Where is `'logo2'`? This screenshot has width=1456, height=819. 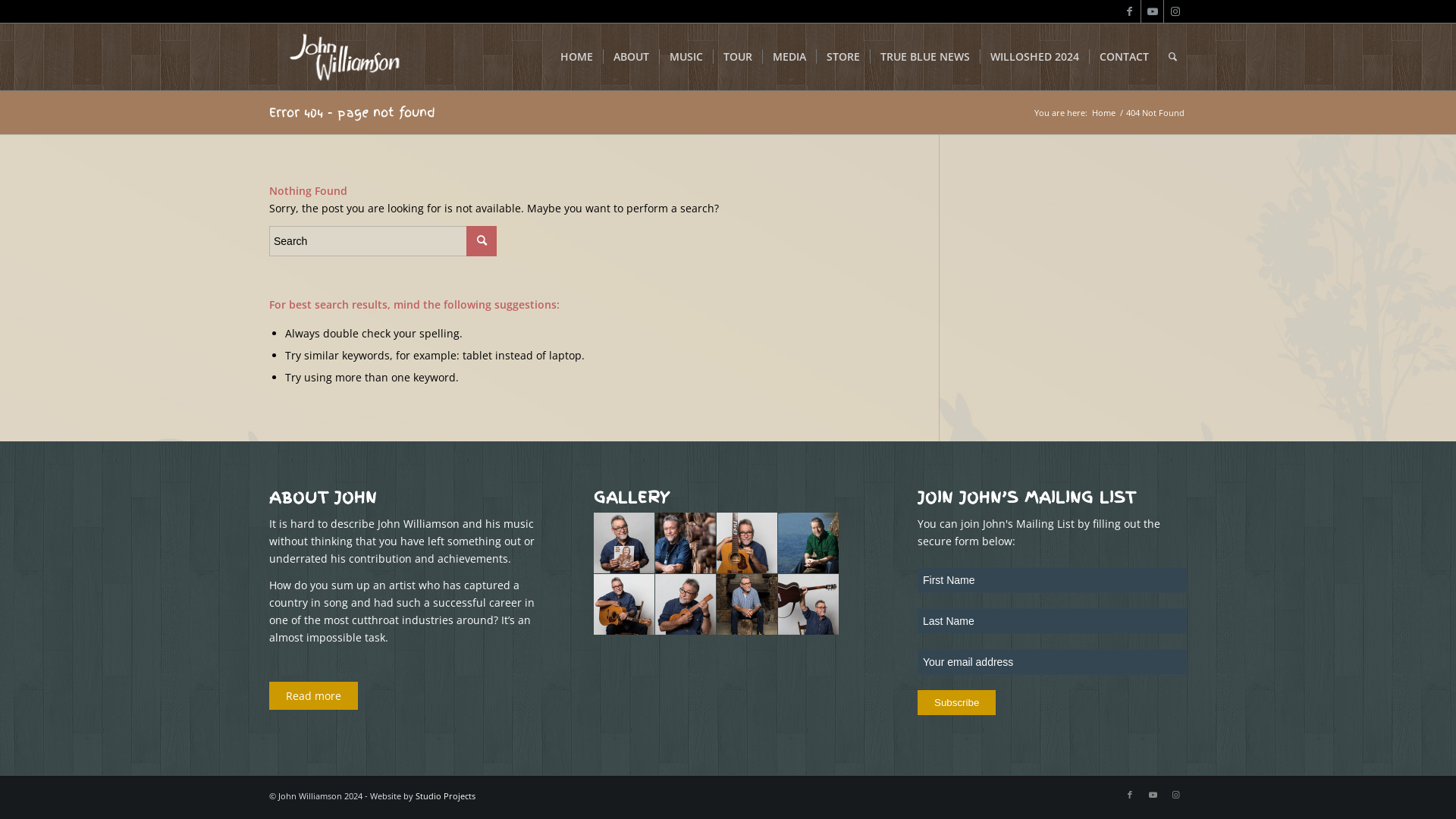
'logo2' is located at coordinates (269, 55).